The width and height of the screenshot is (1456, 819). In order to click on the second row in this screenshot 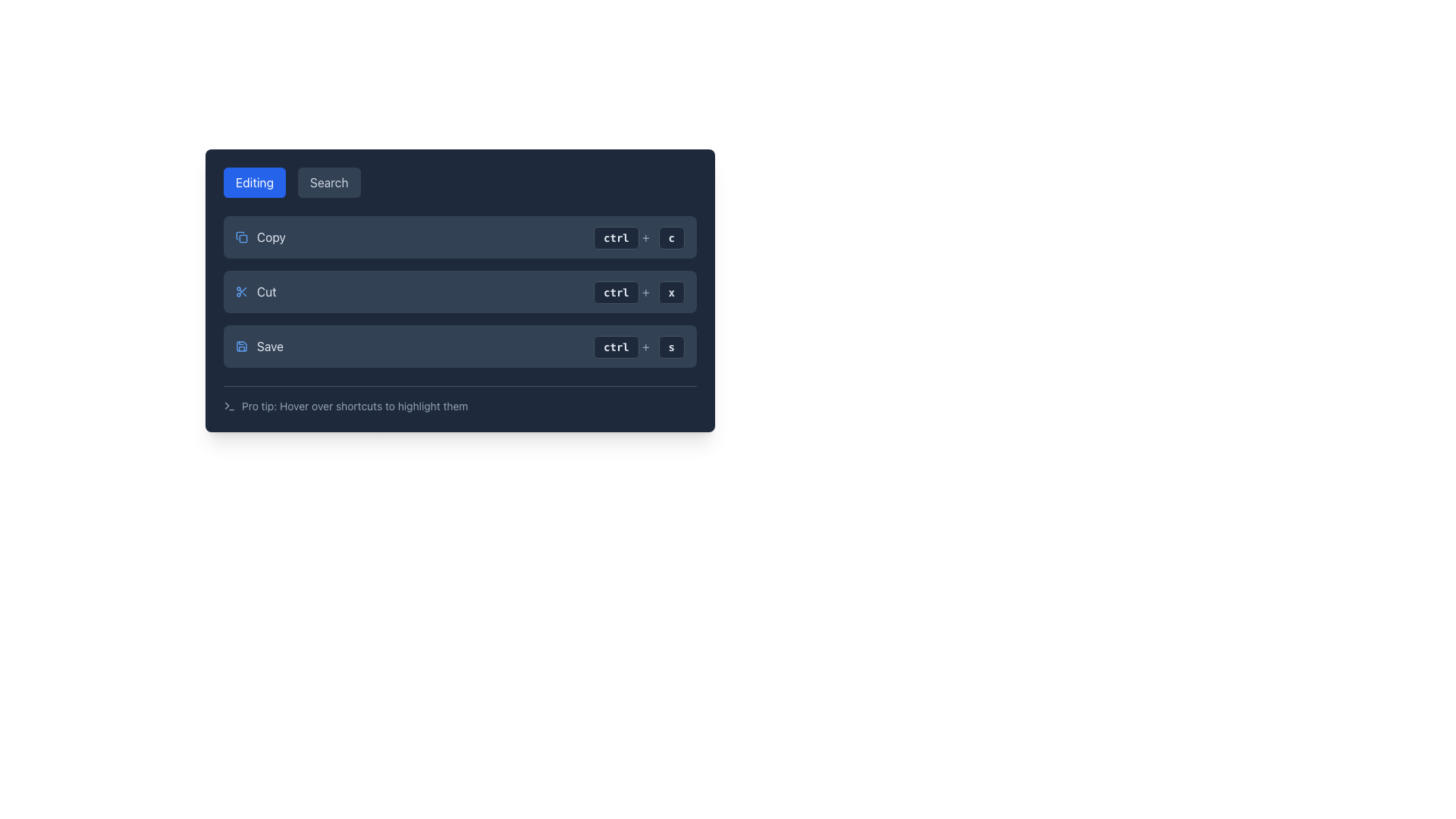, I will do `click(459, 292)`.